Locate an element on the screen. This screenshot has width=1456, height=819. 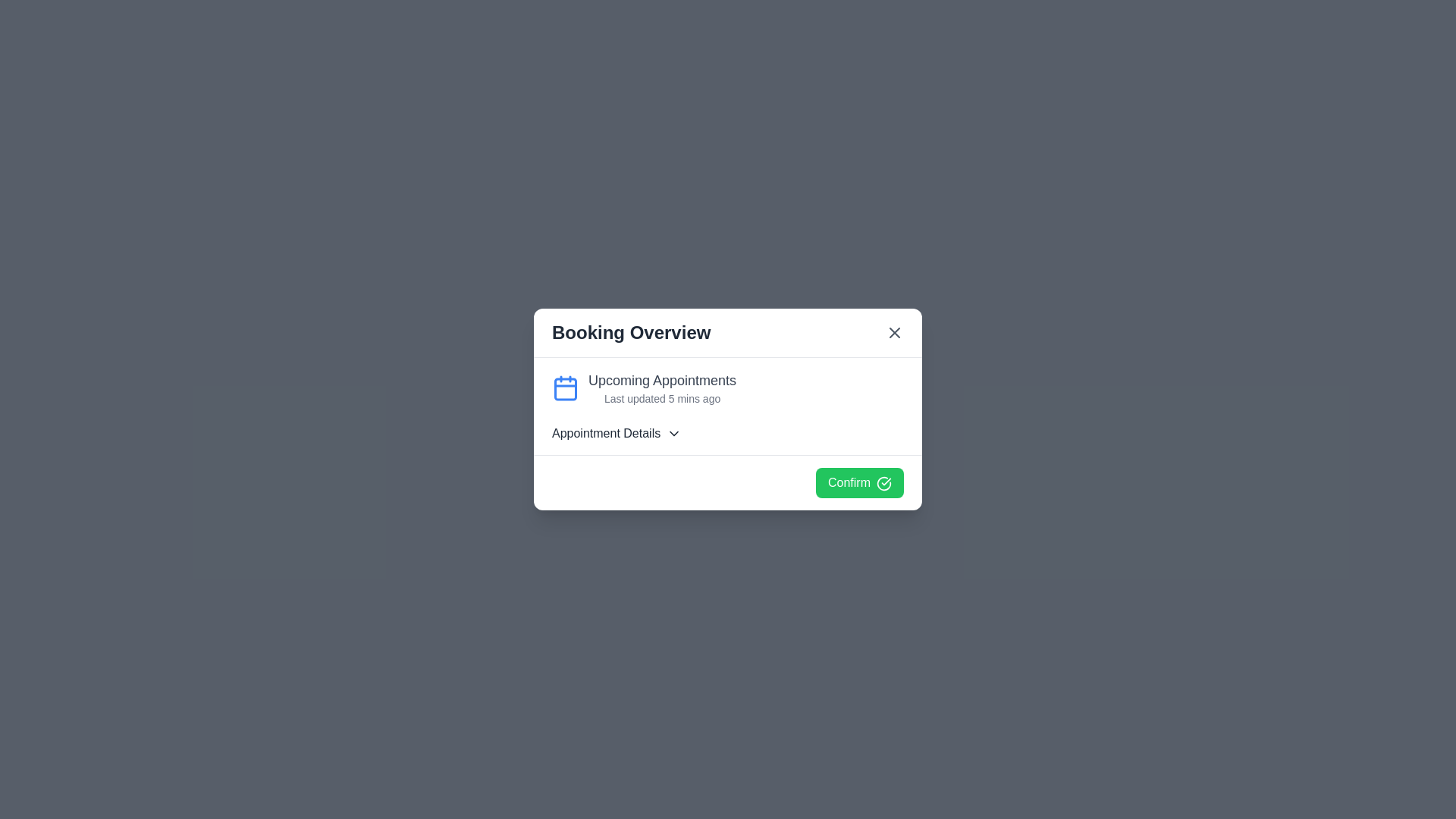
the title text element reading 'Booking Overview', which is styled in a bold font and positioned at the top of a card interface is located at coordinates (631, 332).